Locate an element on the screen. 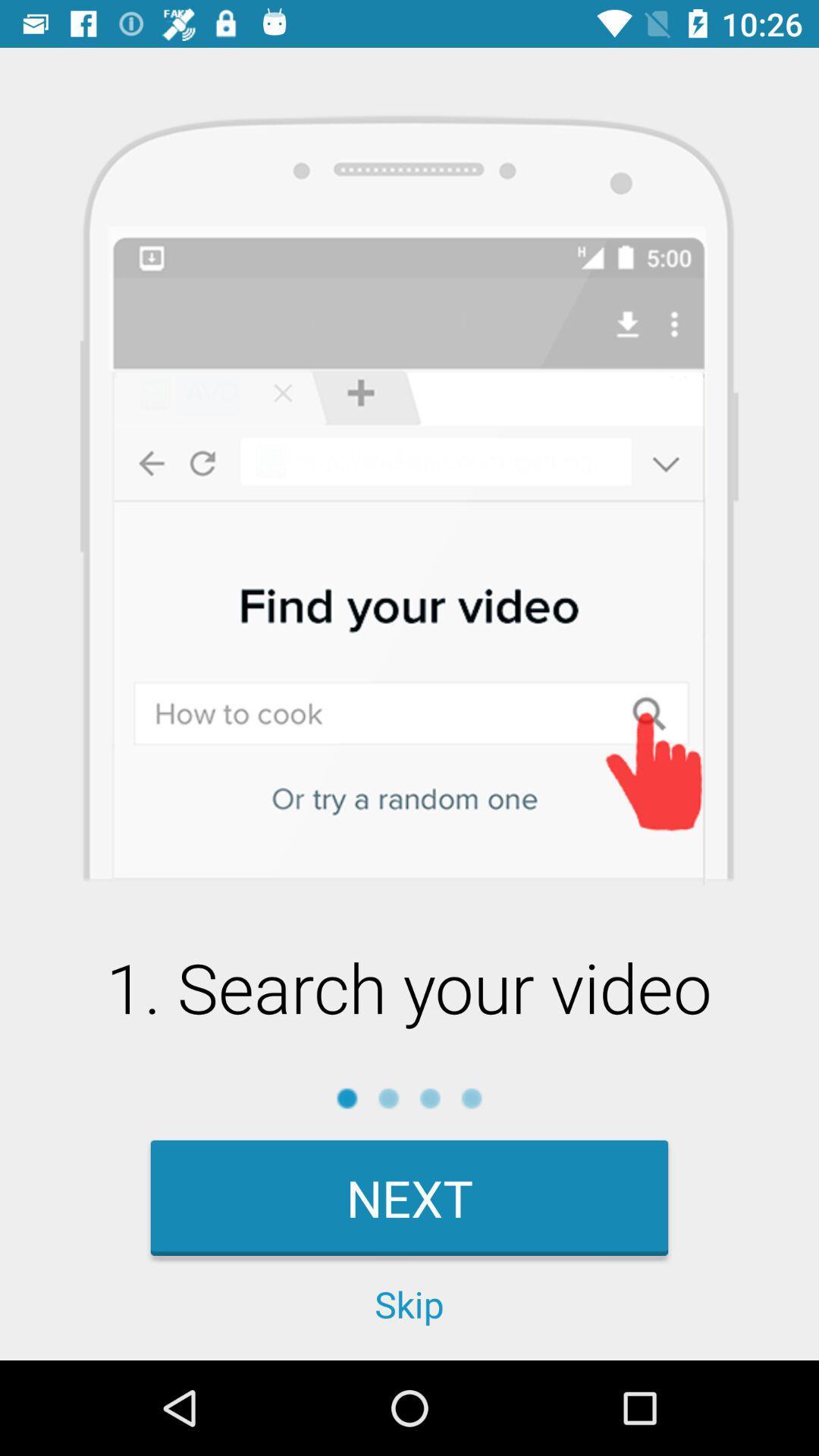  the next is located at coordinates (409, 1197).